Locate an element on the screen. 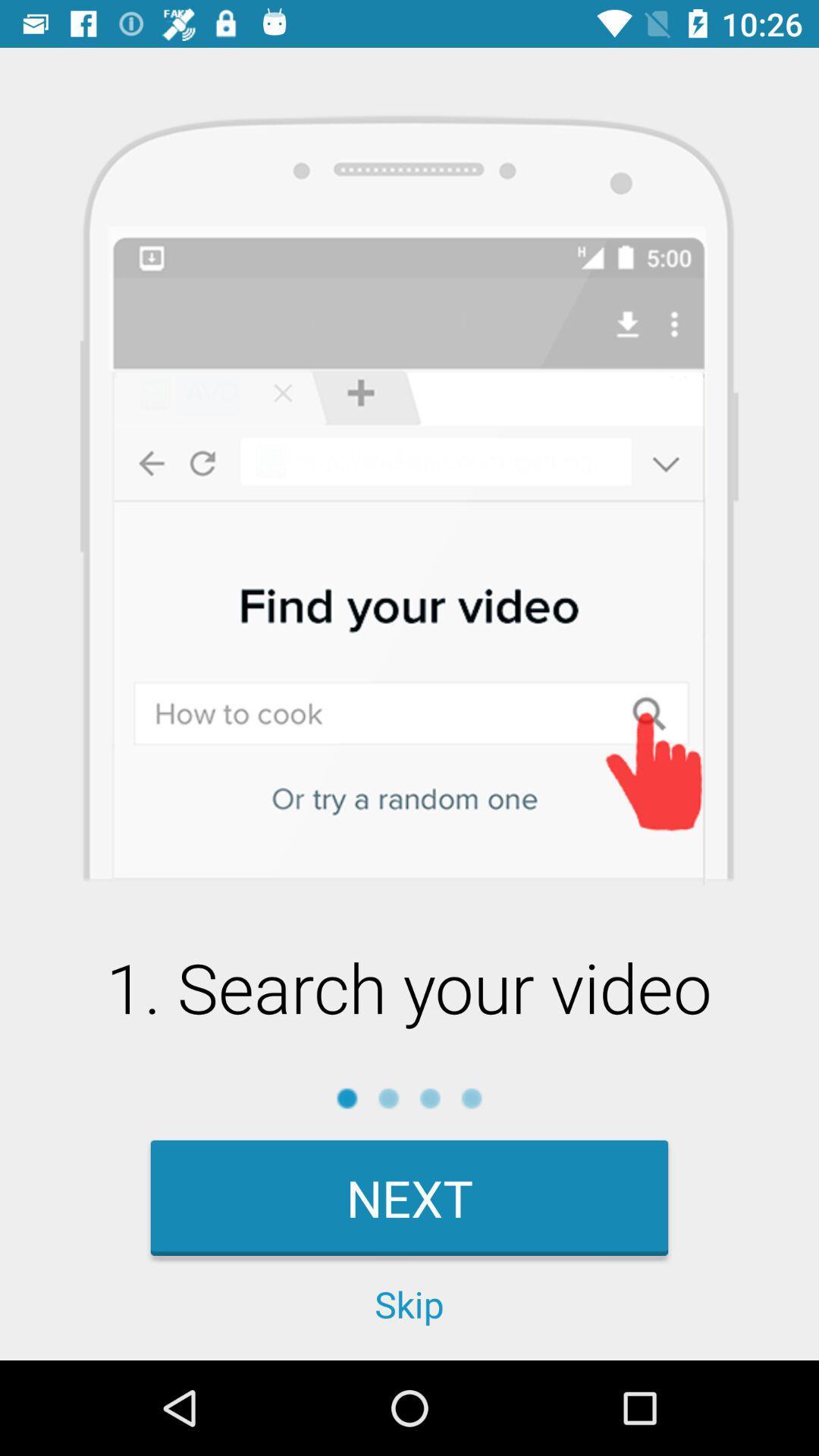  the next is located at coordinates (409, 1197).